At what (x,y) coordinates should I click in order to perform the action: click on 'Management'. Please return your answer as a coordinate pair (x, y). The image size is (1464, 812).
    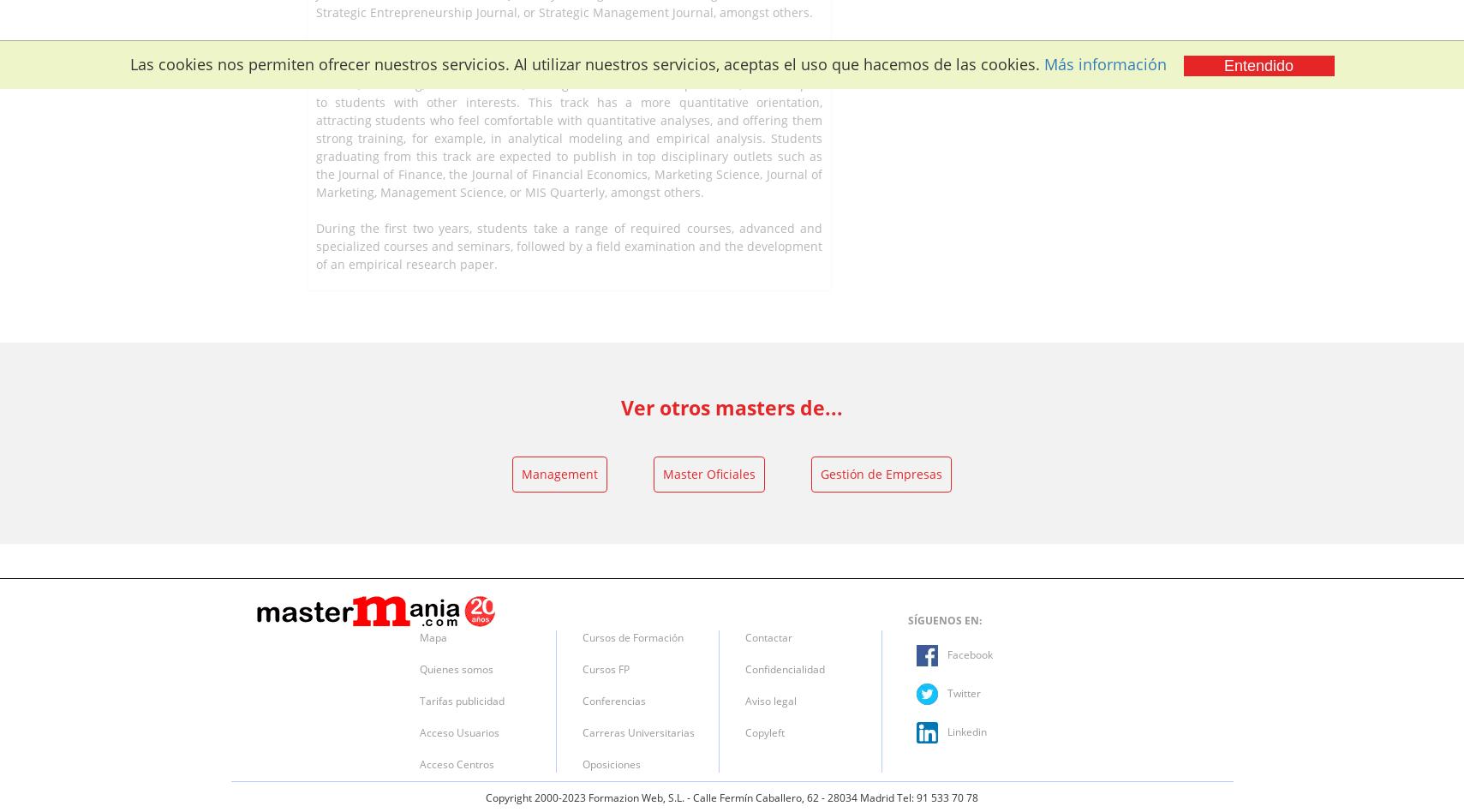
    Looking at the image, I should click on (520, 473).